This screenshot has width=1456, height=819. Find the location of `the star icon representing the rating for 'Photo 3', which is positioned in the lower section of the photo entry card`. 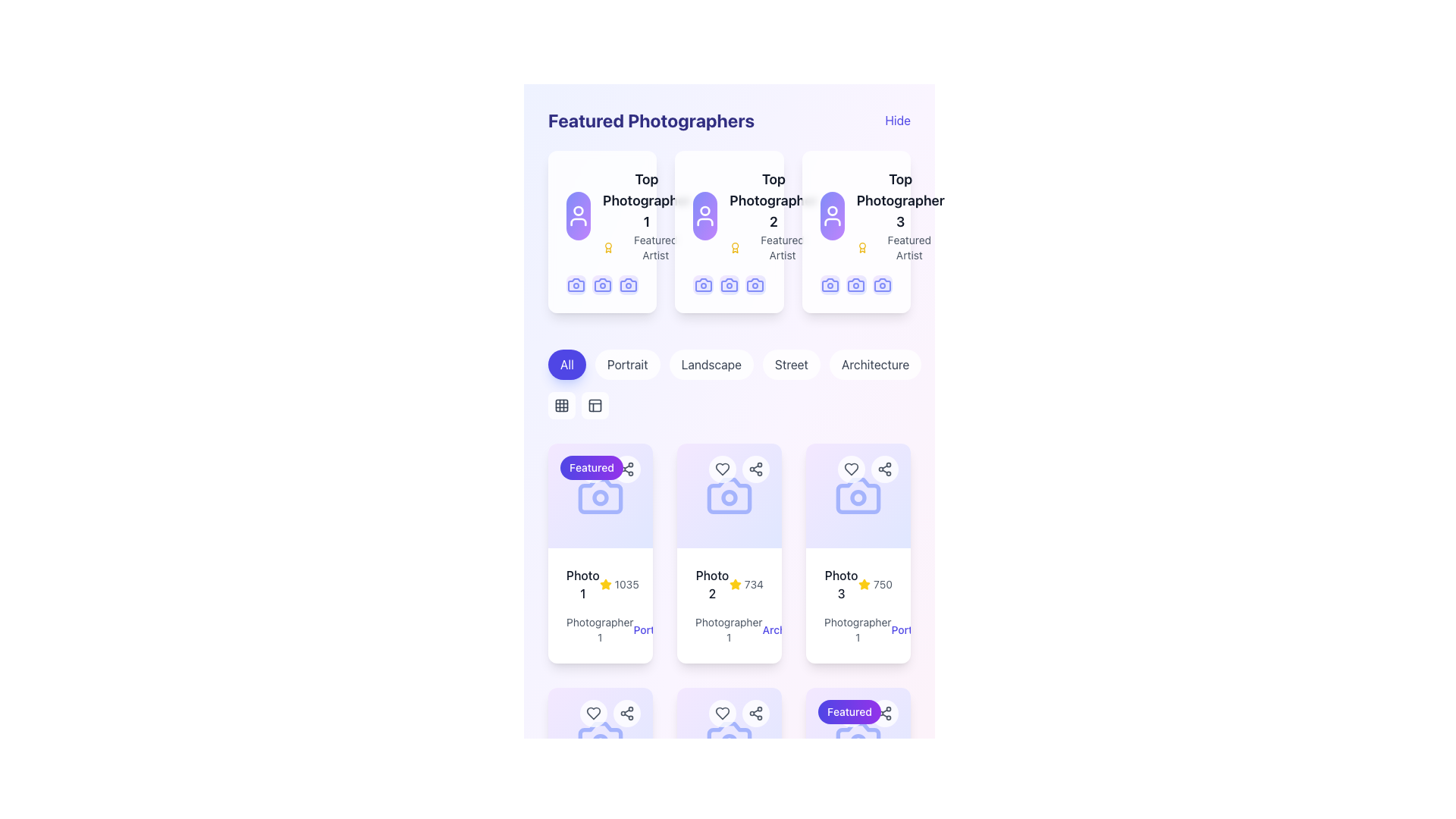

the star icon representing the rating for 'Photo 3', which is positioned in the lower section of the photo entry card is located at coordinates (864, 584).